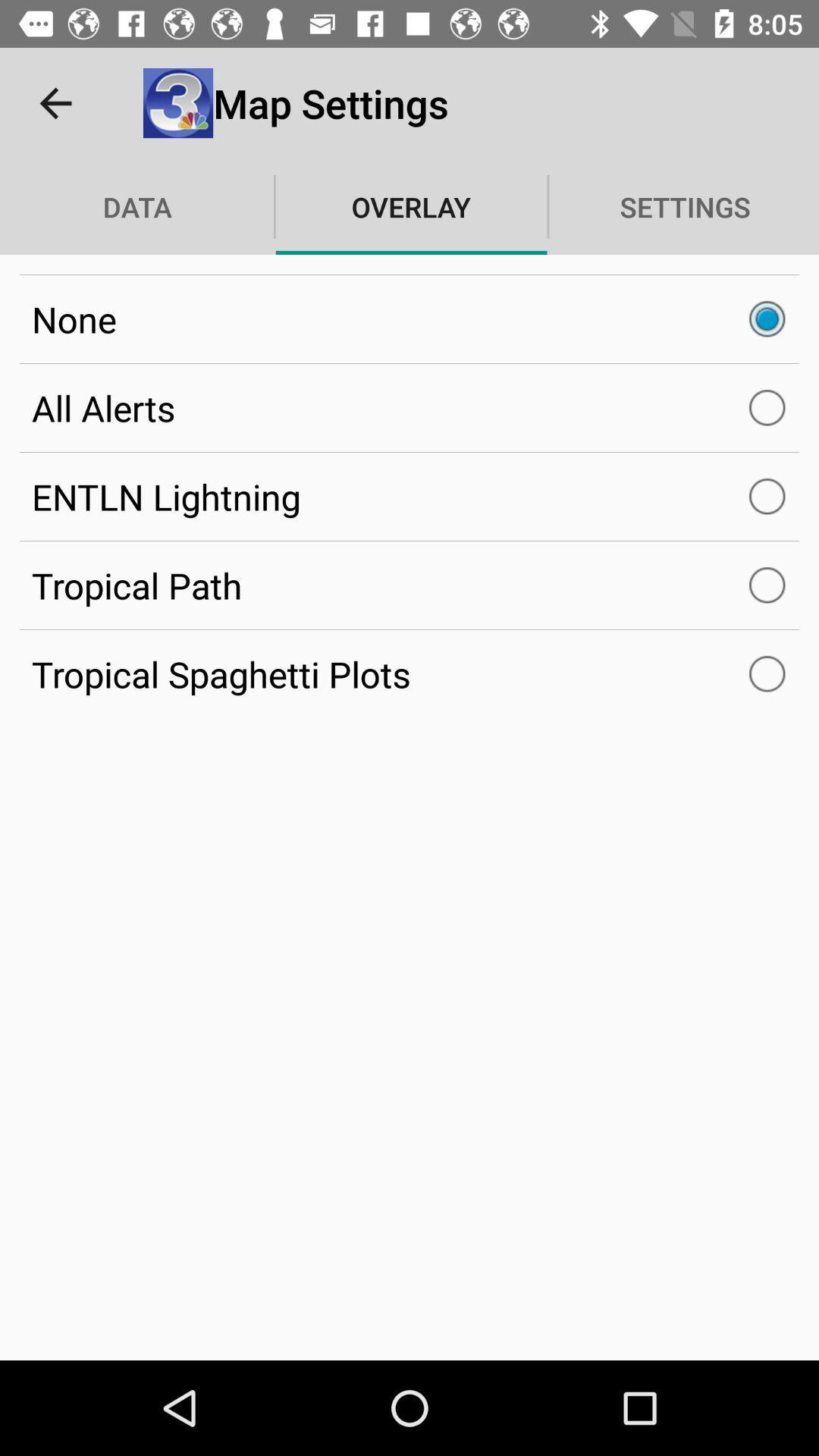  I want to click on tropical path icon, so click(409, 585).